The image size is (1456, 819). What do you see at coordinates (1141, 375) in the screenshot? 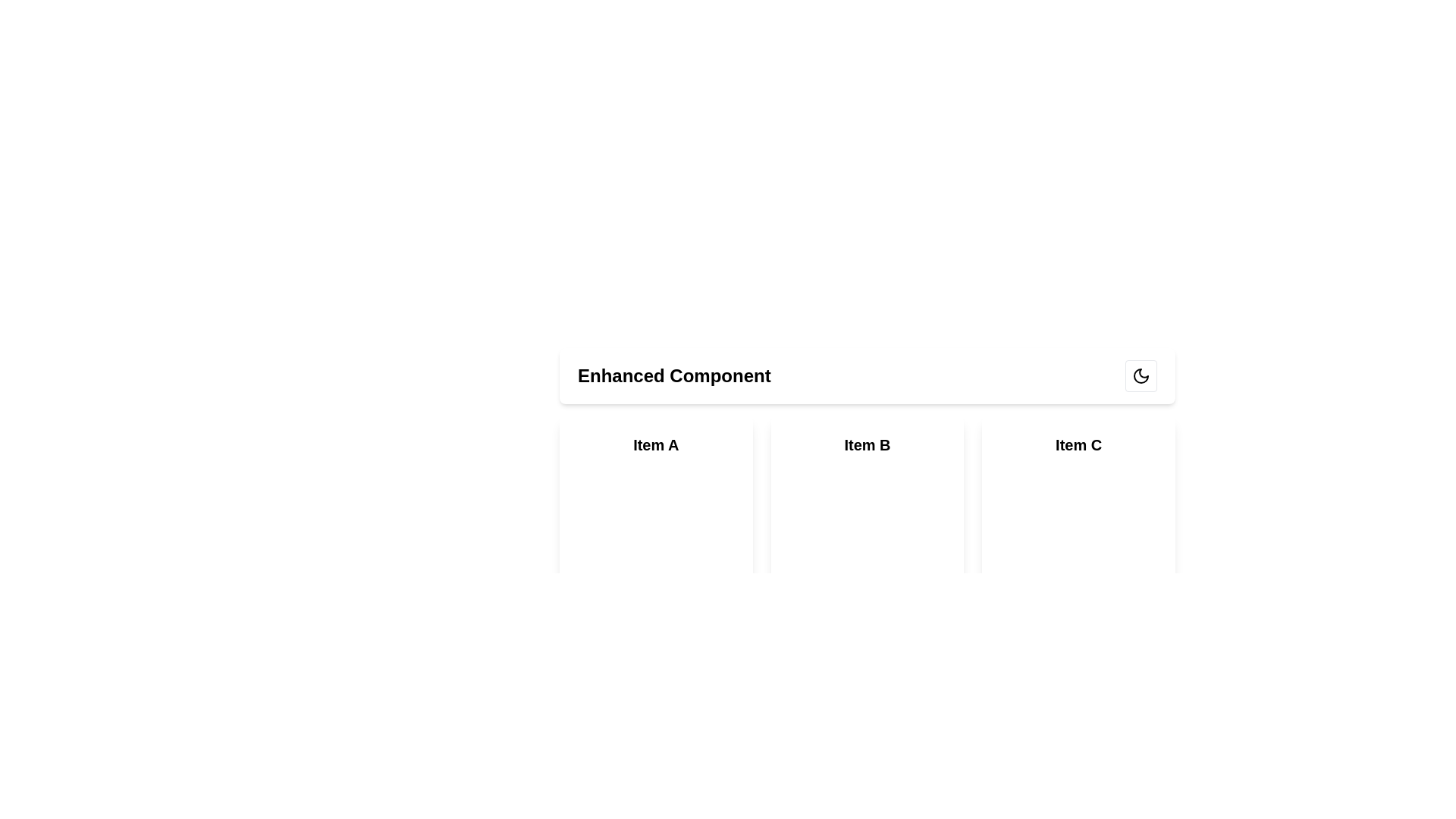
I see `the decorative icon representing a theme or mode located at the top-right corner of the interface, beside the header with the text 'Enhanced Component'` at bounding box center [1141, 375].